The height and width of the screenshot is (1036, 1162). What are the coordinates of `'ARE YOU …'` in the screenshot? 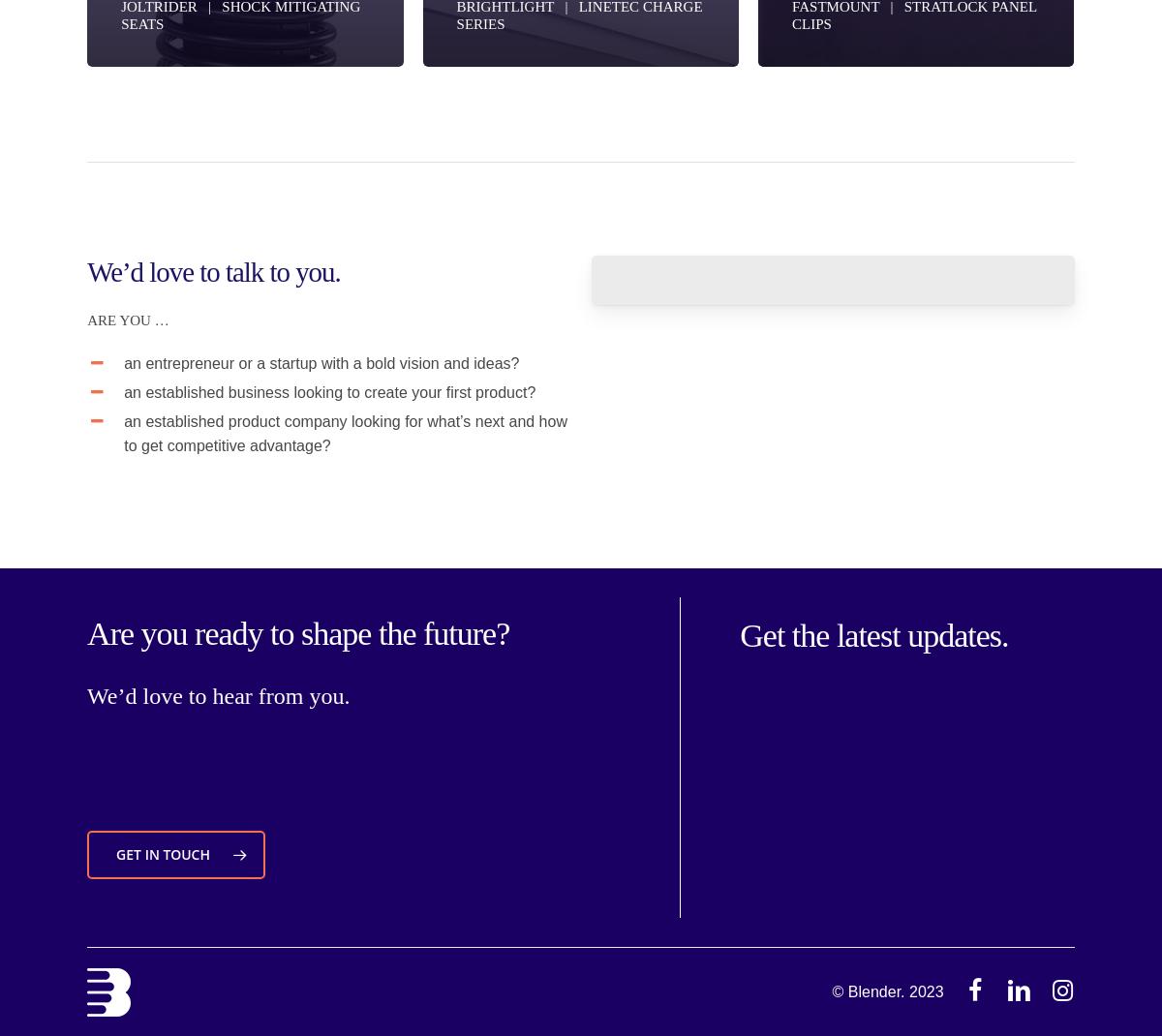 It's located at (128, 320).